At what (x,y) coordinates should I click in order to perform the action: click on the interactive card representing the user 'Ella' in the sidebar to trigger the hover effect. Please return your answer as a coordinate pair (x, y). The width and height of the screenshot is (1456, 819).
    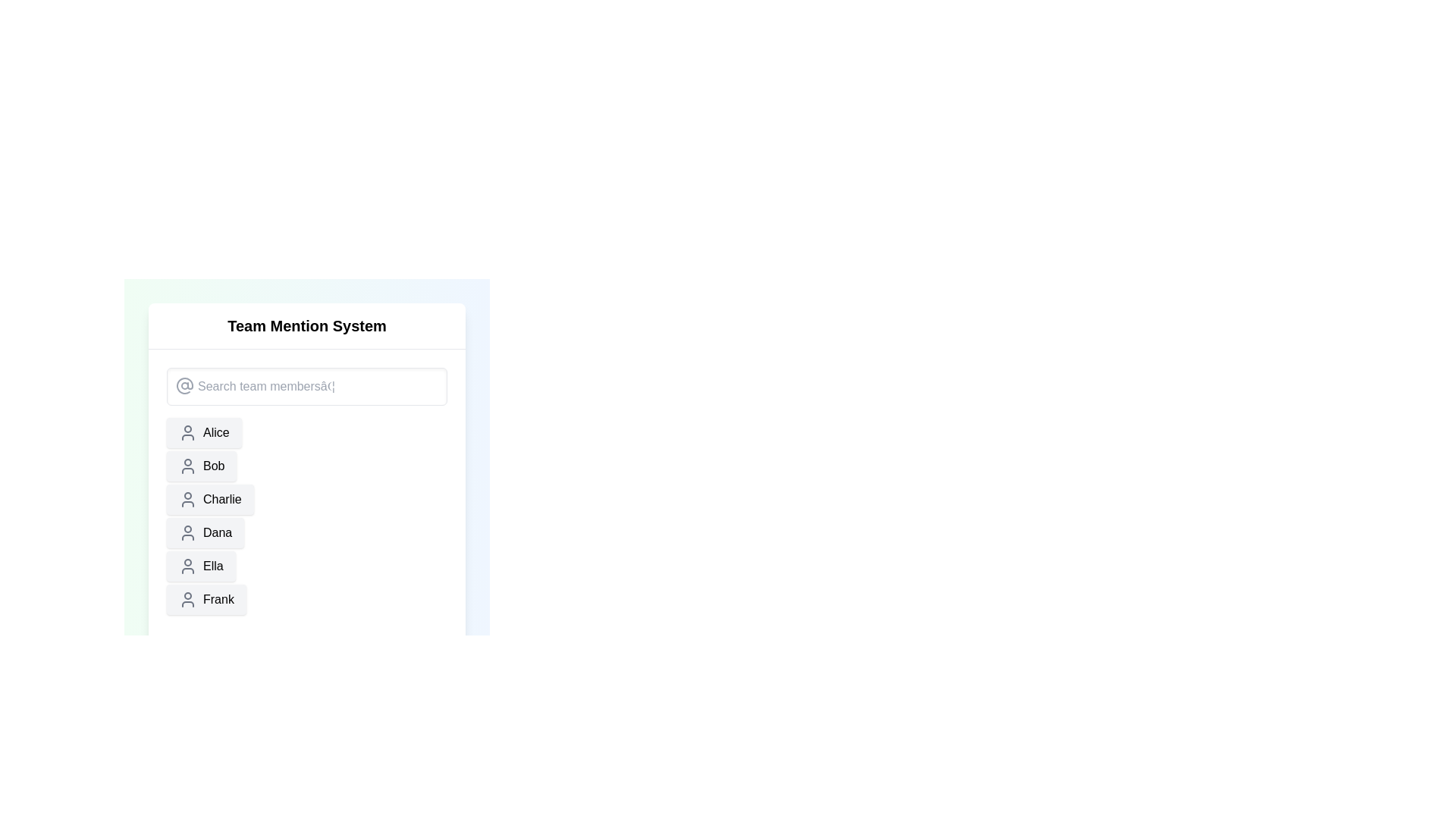
    Looking at the image, I should click on (200, 566).